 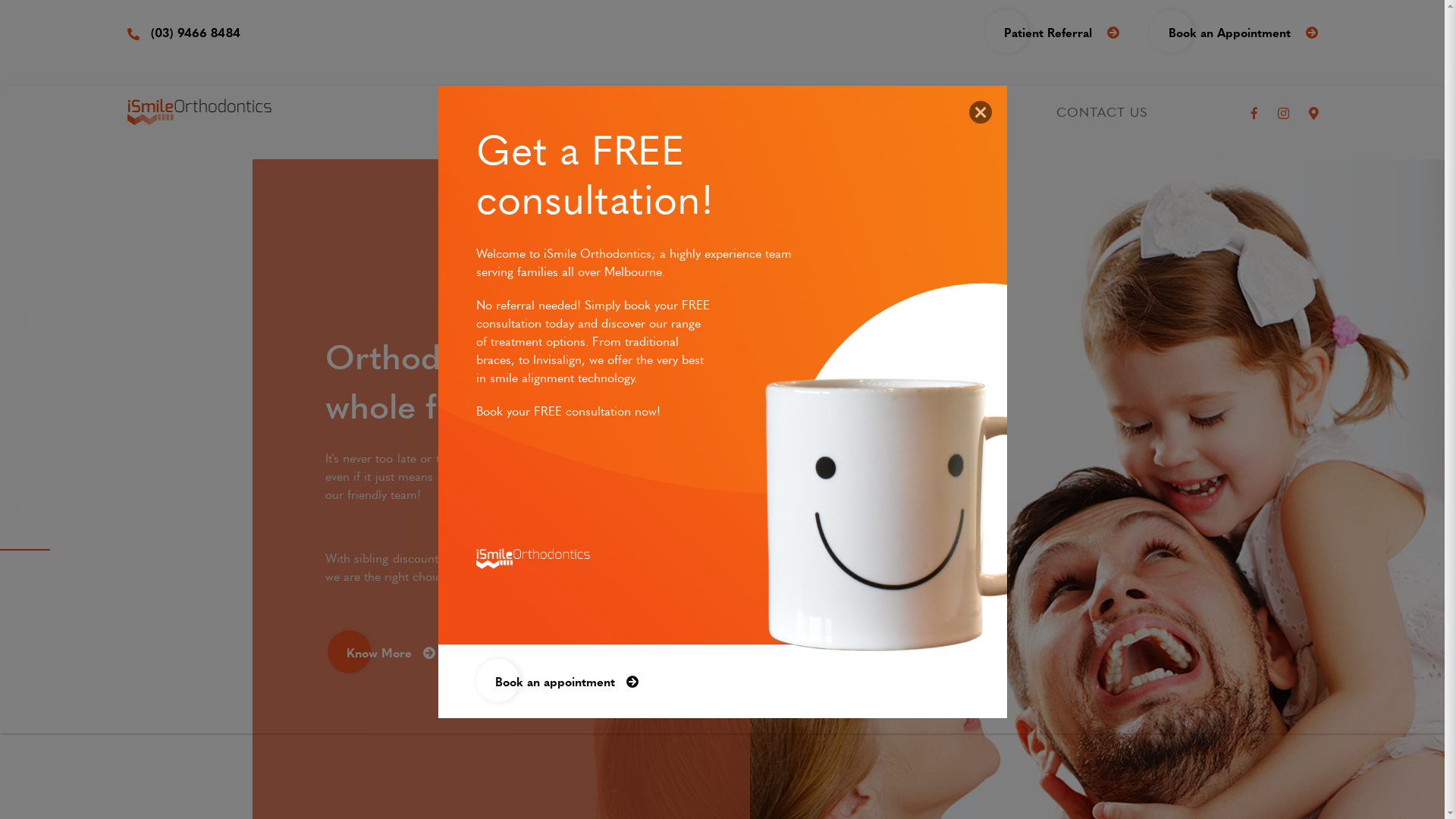 I want to click on 'Book an appointment', so click(x=494, y=680).